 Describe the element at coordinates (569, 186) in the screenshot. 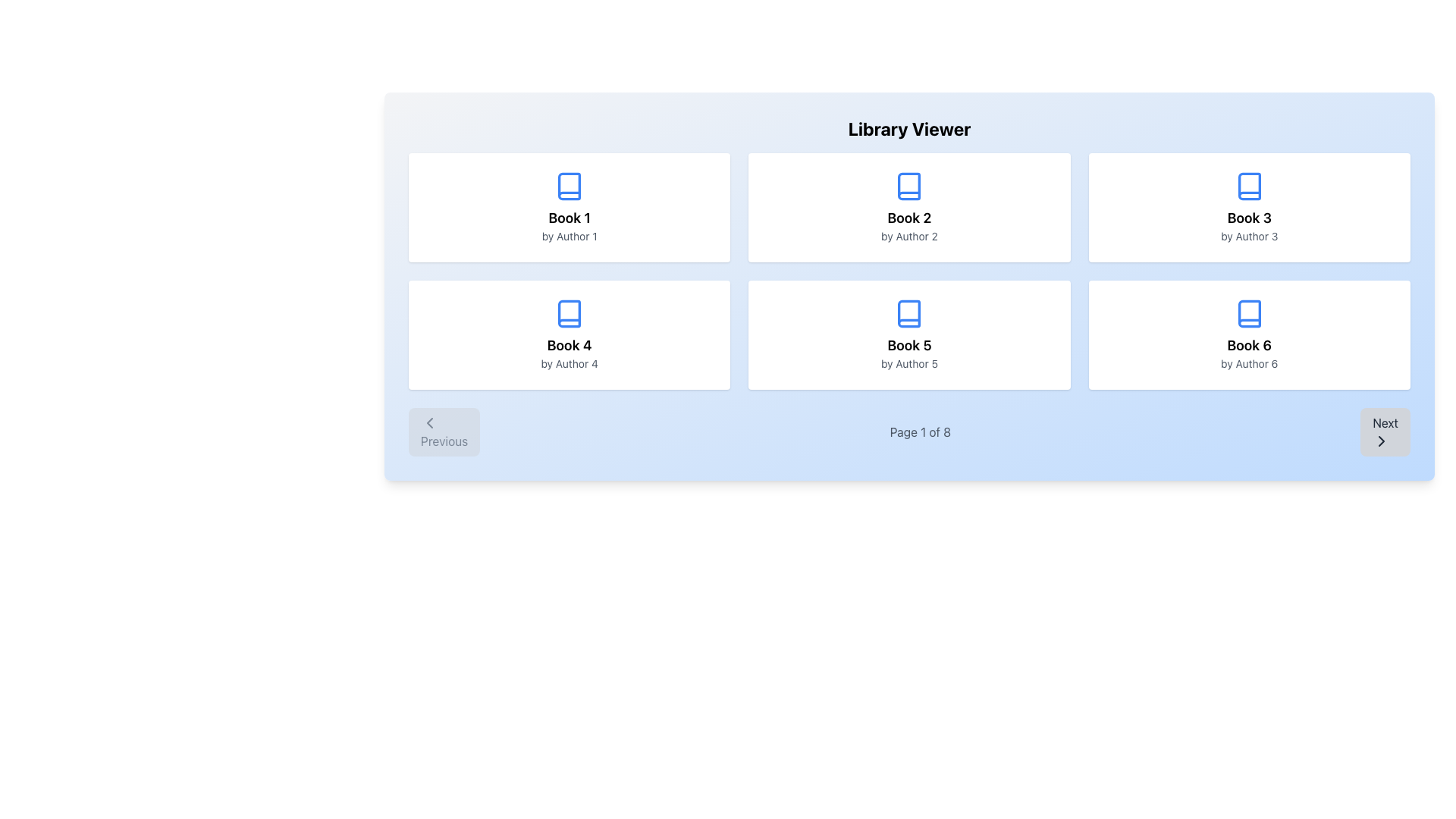

I see `the decorative book icon positioned in the first row and first position of the grid, above the label 'Book 1' and sub-label 'by Author 1'` at that location.